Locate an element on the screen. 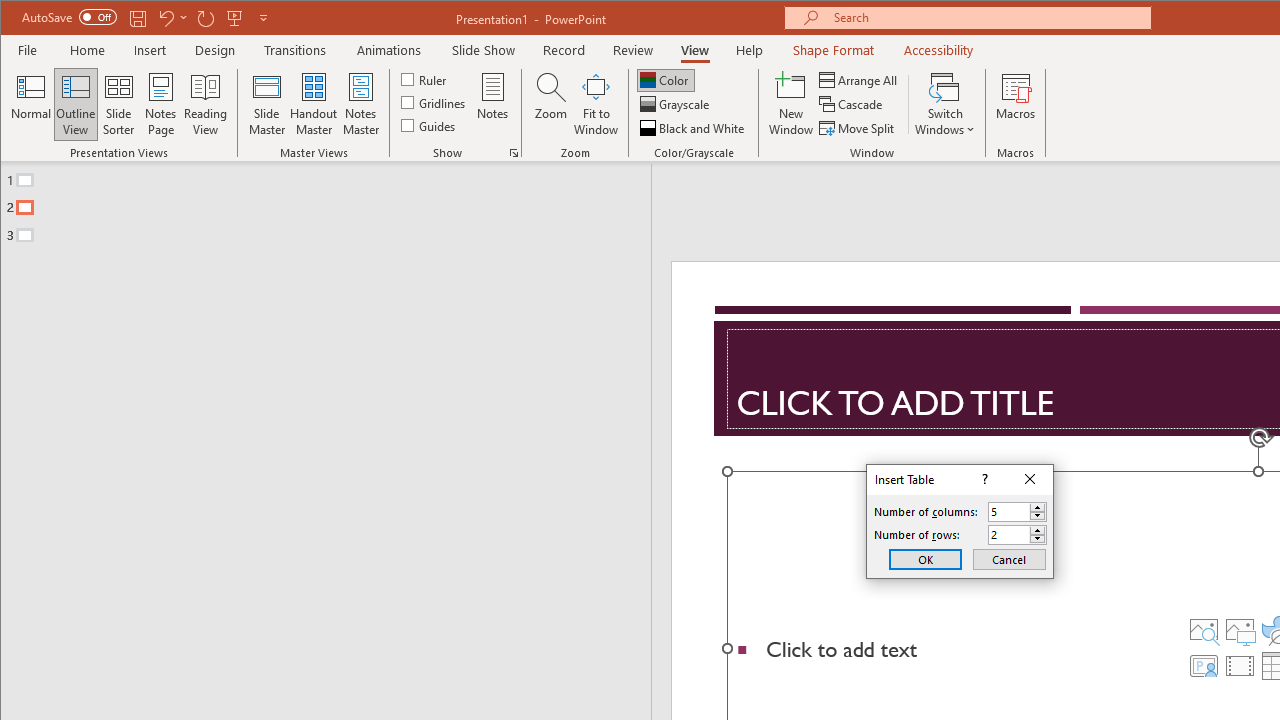 This screenshot has height=720, width=1280. 'Grayscale' is located at coordinates (676, 104).